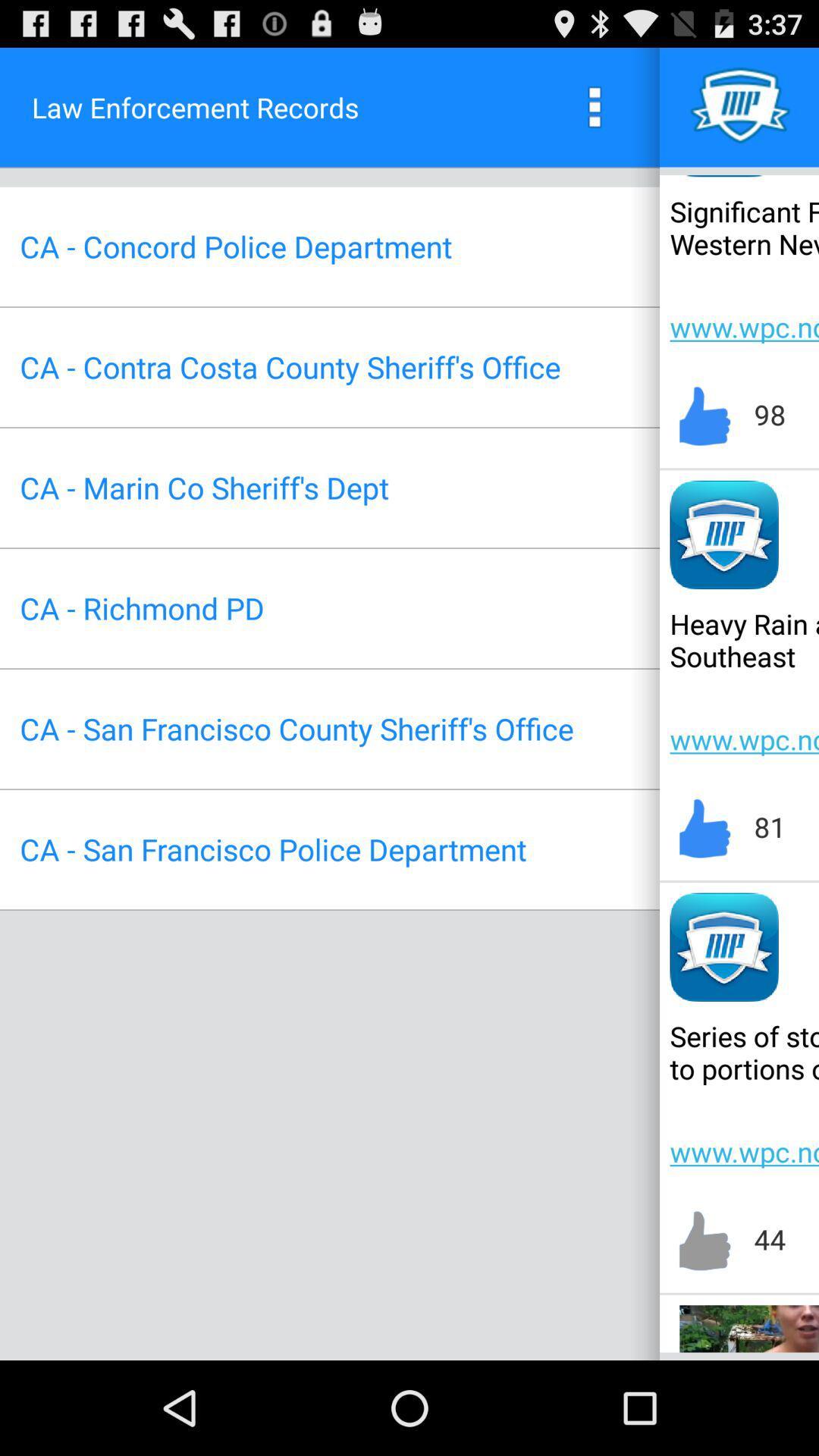 This screenshot has width=819, height=1456. I want to click on ca marin co icon, so click(203, 488).